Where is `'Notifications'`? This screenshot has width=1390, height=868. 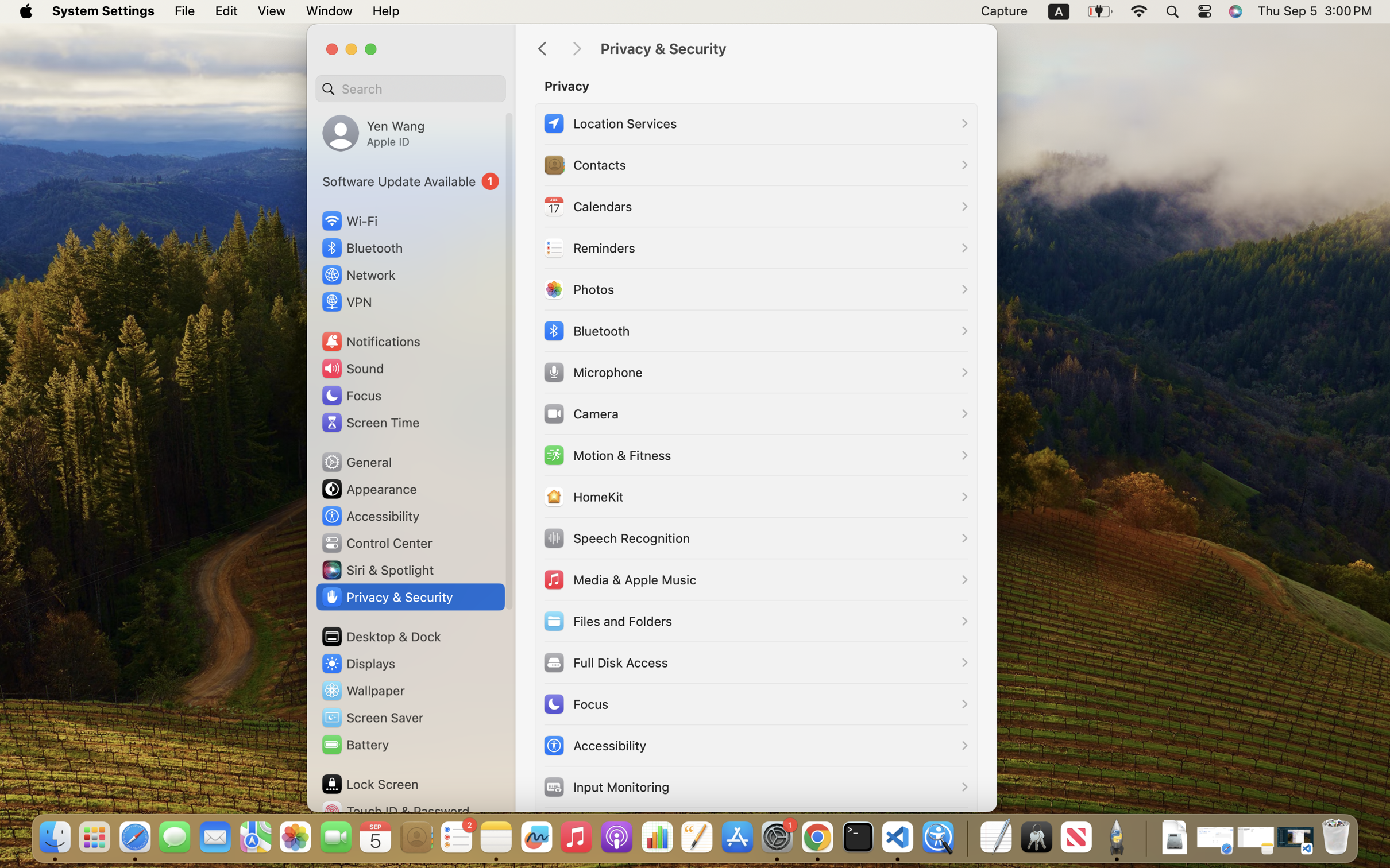 'Notifications' is located at coordinates (370, 340).